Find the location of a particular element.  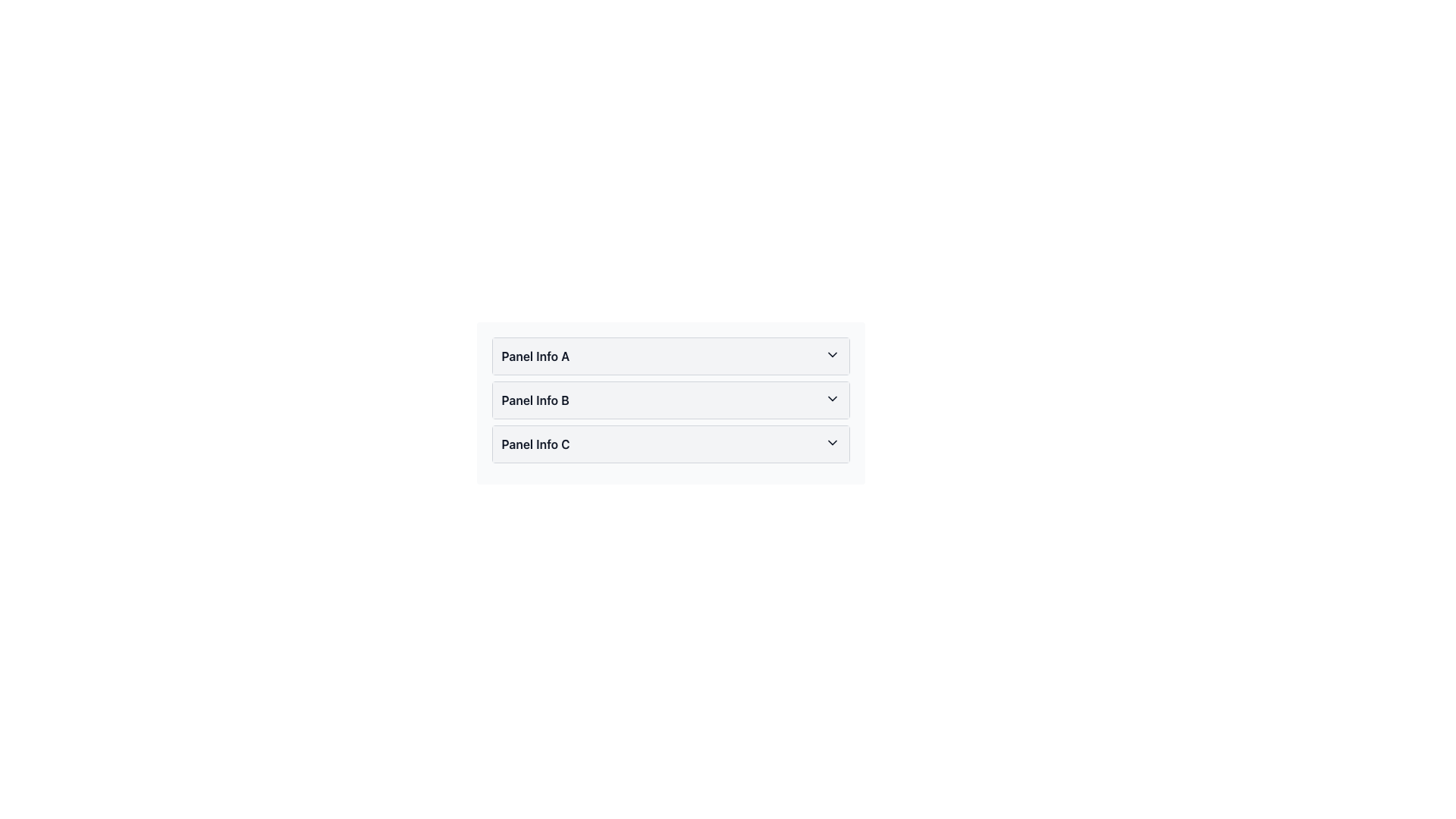

the collapsible panel labeled 'Panel Info B' is located at coordinates (670, 403).